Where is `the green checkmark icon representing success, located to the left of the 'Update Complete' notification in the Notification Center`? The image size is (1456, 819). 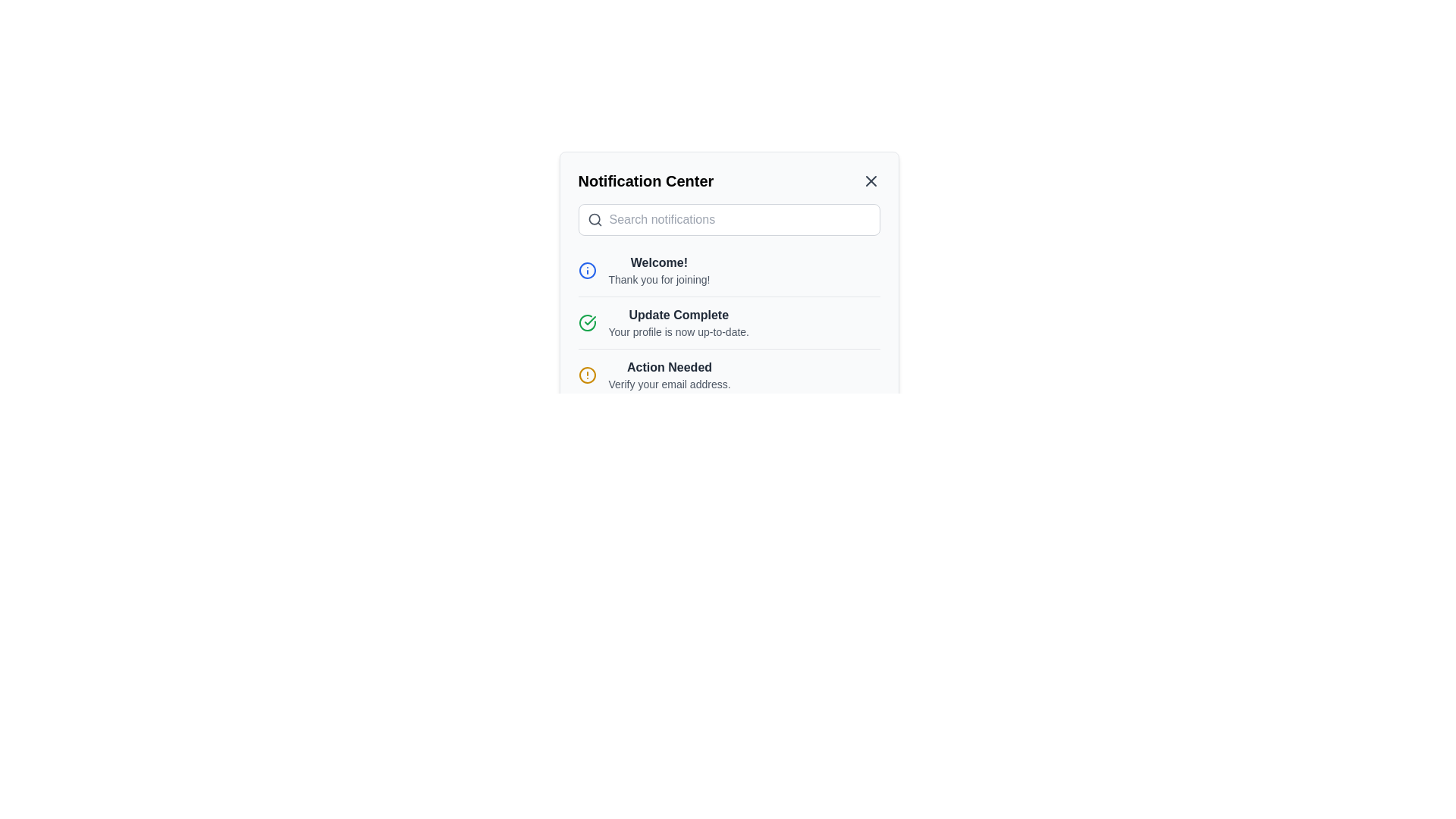
the green checkmark icon representing success, located to the left of the 'Update Complete' notification in the Notification Center is located at coordinates (588, 320).